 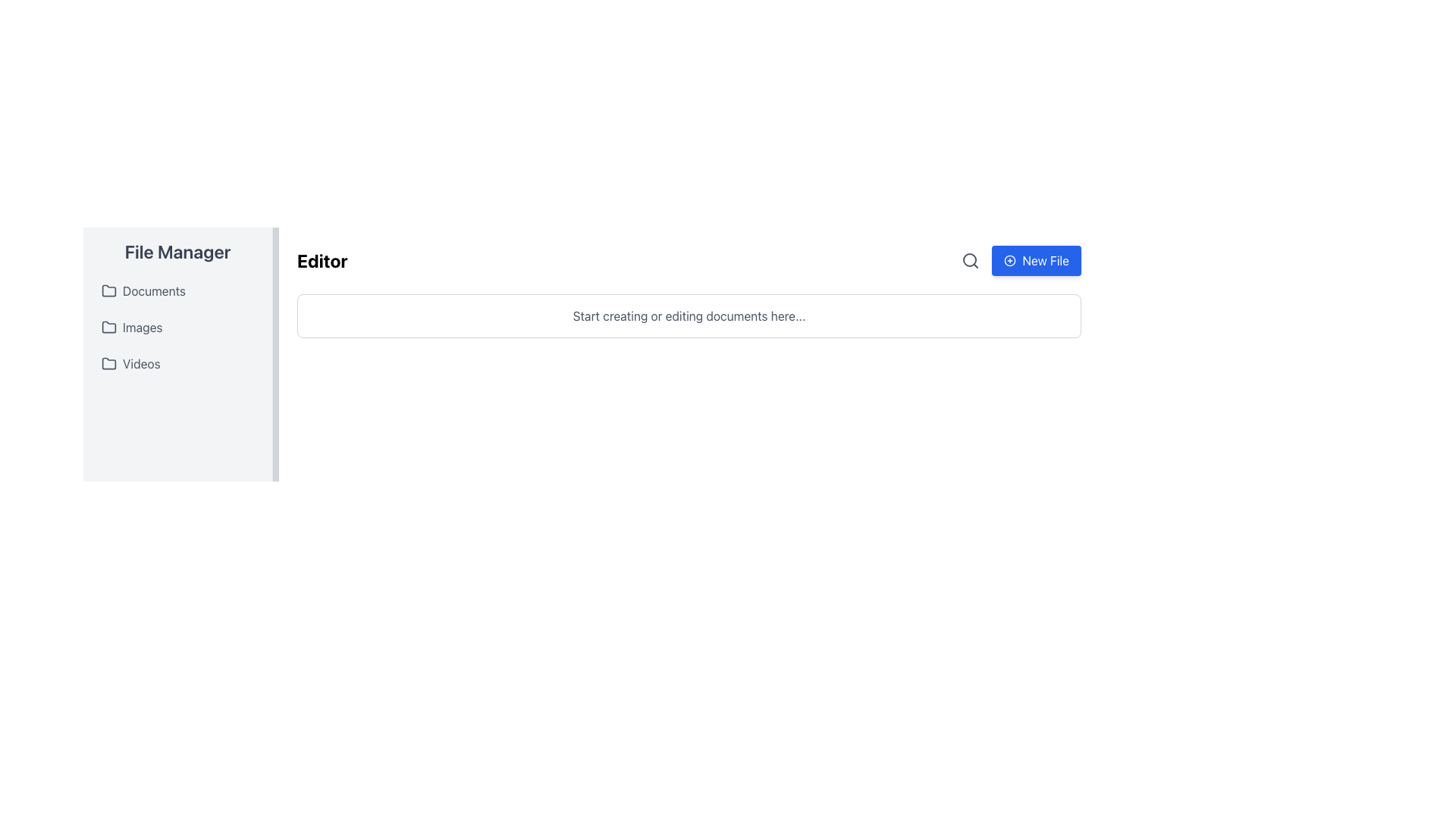 I want to click on the 'Videos' list item element in the 'File Manager' section, so click(x=177, y=363).